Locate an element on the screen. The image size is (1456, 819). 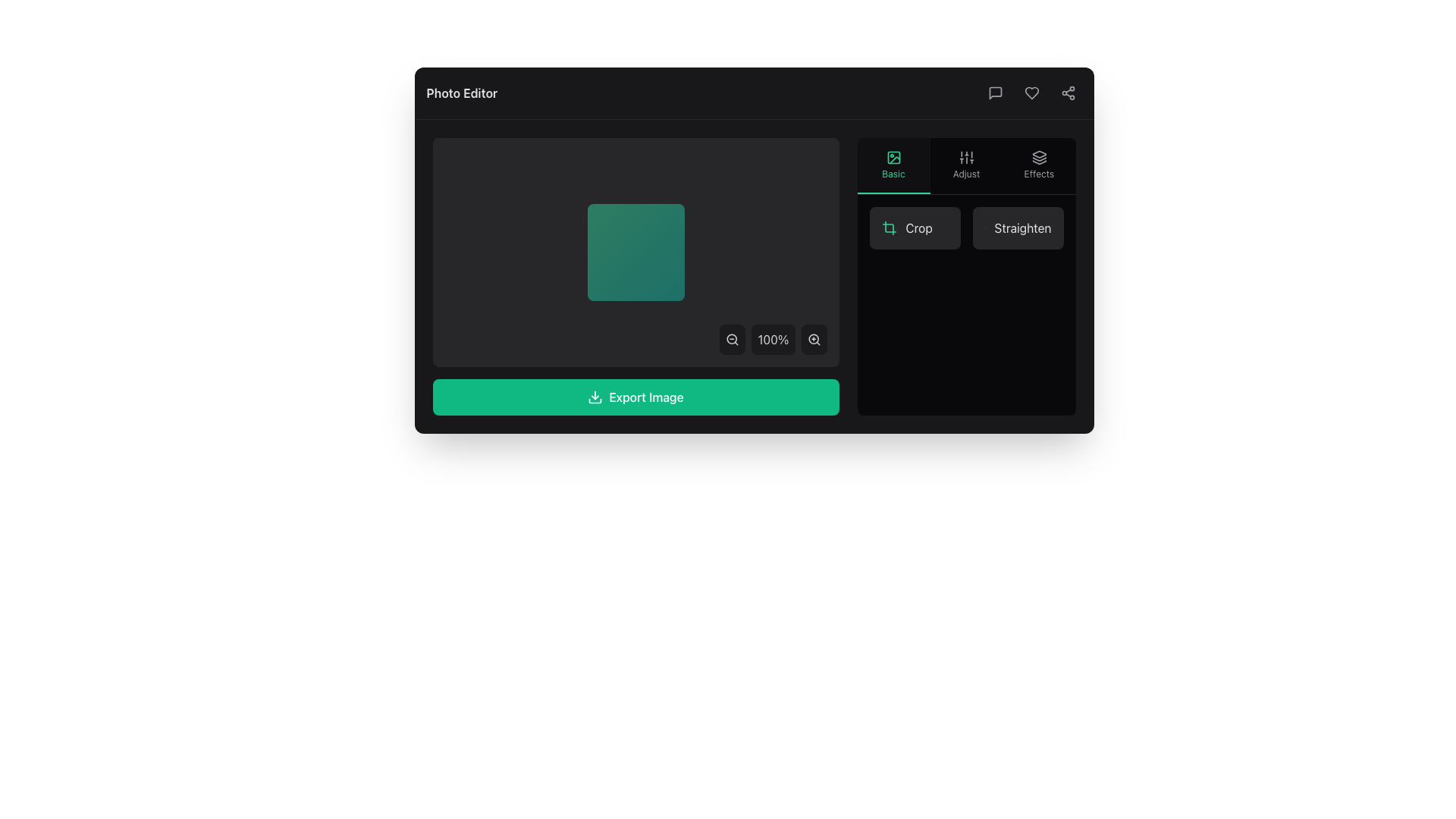
the 'Effects' icon located in the upper section of the rightmost vertical menu group, which serves as a trigger for selecting or applying effects to the content in the application is located at coordinates (1038, 158).